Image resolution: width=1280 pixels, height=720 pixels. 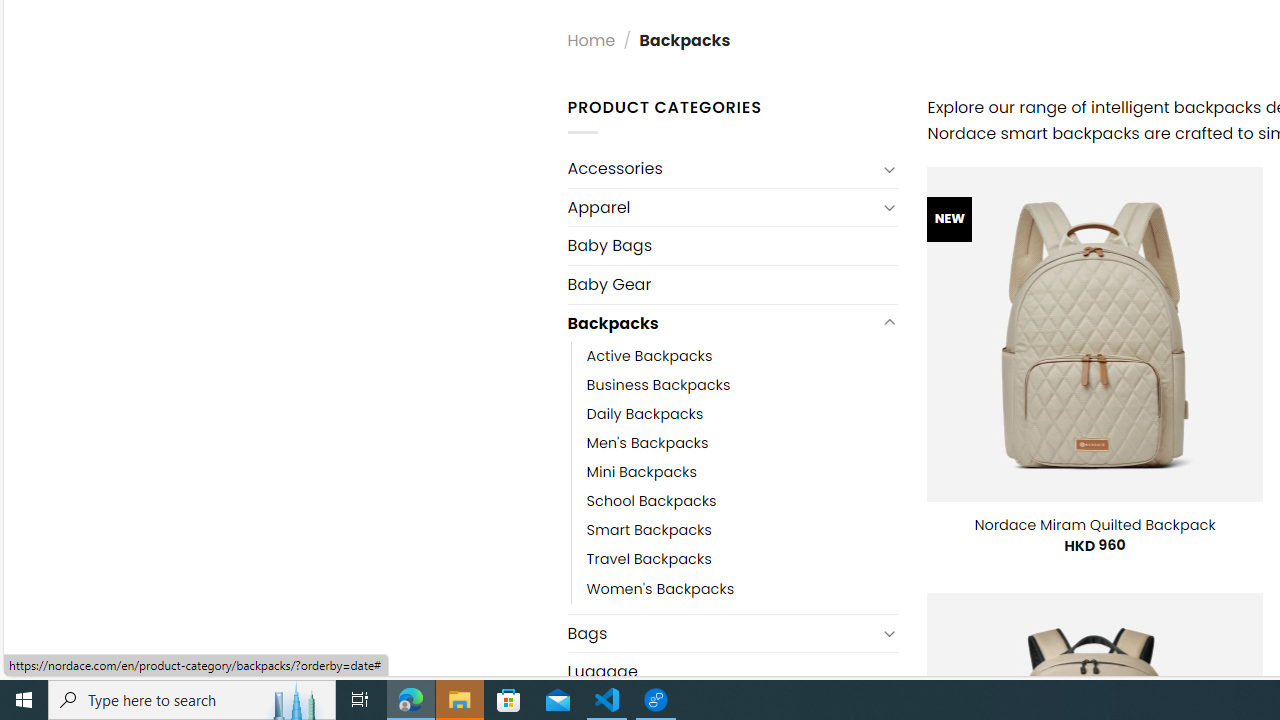 What do you see at coordinates (720, 322) in the screenshot?
I see `'Backpacks'` at bounding box center [720, 322].